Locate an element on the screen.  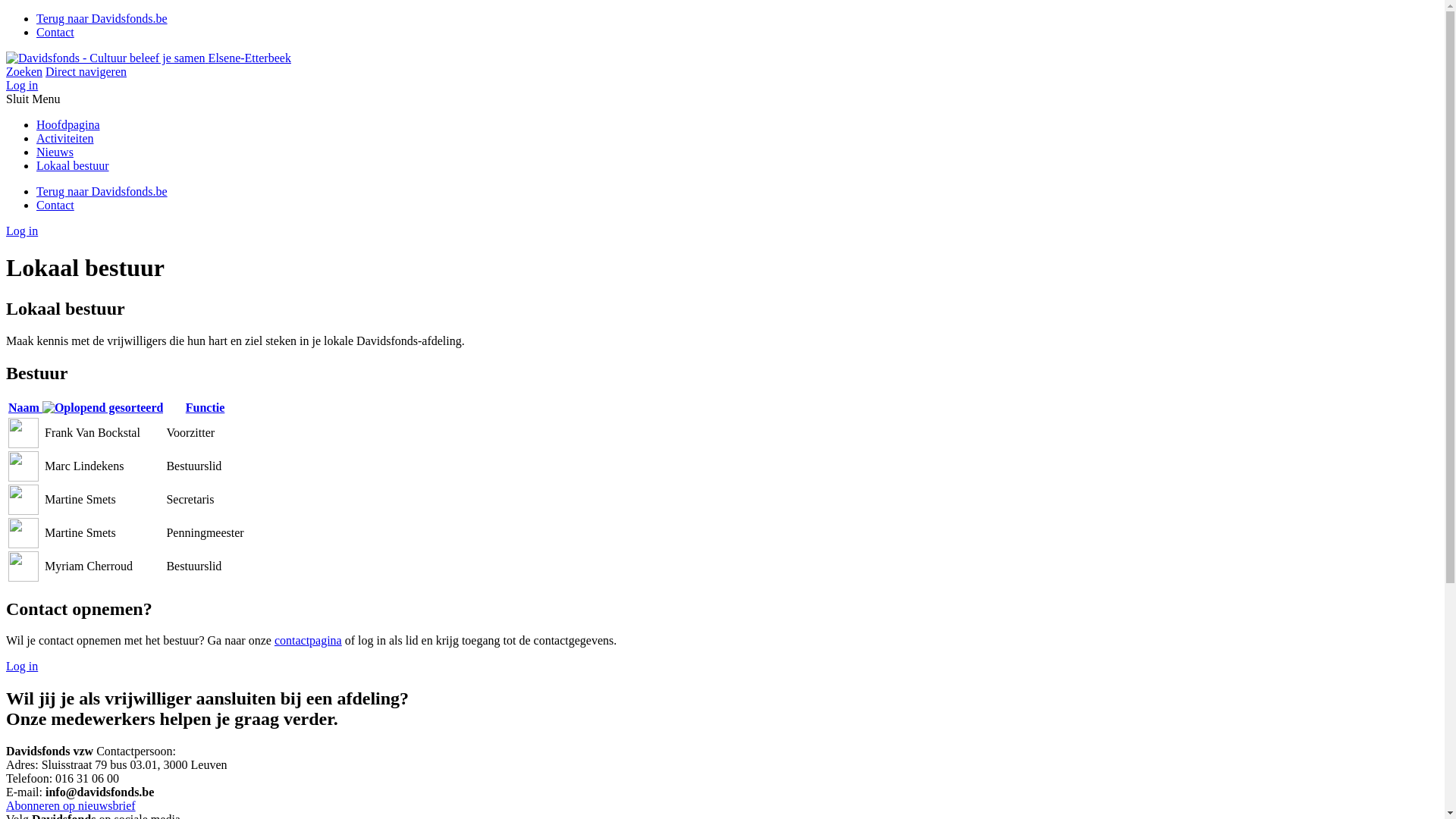
'Lokaal bestuur' is located at coordinates (36, 165).